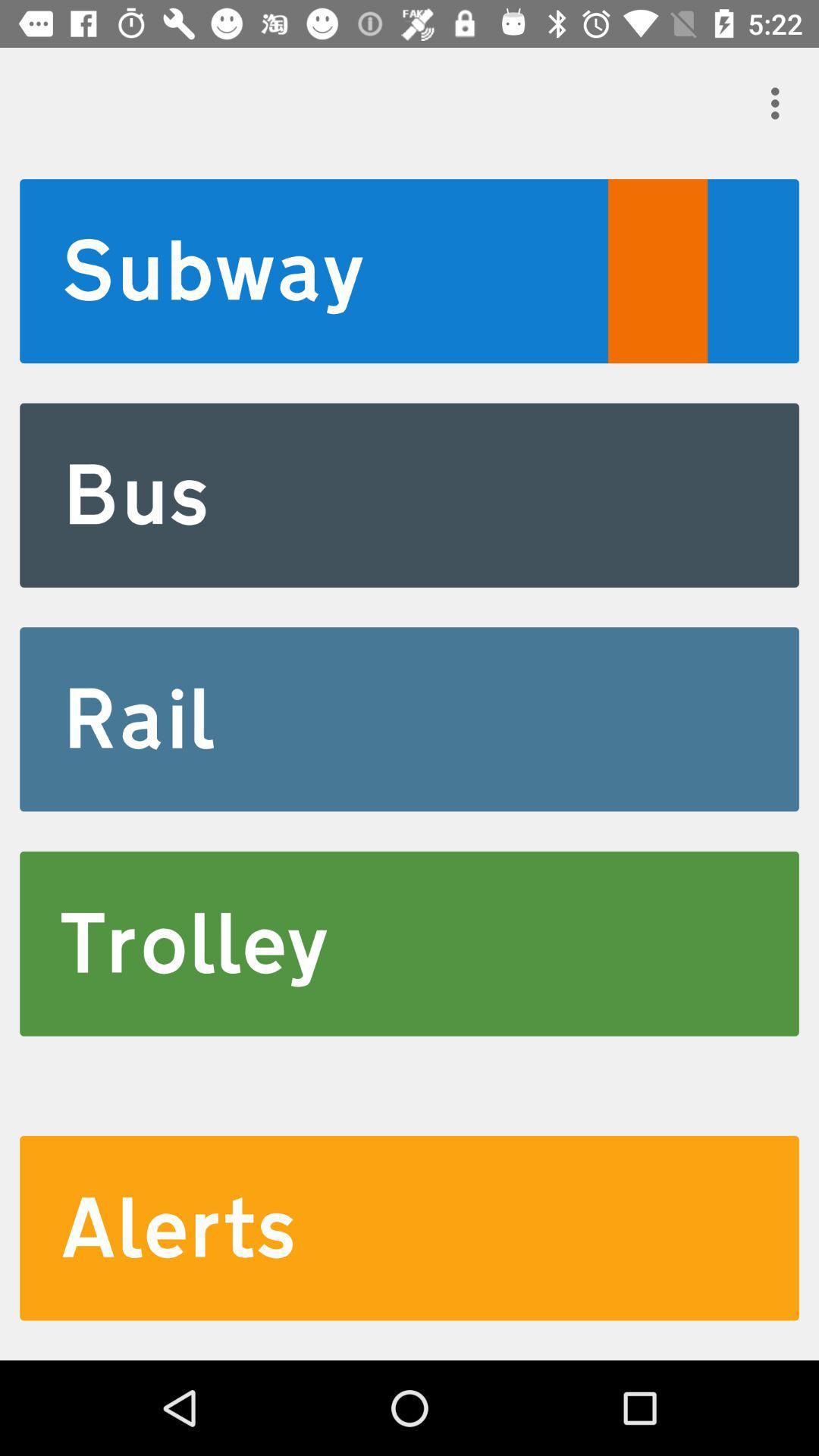  What do you see at coordinates (409, 718) in the screenshot?
I see `item below the bus item` at bounding box center [409, 718].